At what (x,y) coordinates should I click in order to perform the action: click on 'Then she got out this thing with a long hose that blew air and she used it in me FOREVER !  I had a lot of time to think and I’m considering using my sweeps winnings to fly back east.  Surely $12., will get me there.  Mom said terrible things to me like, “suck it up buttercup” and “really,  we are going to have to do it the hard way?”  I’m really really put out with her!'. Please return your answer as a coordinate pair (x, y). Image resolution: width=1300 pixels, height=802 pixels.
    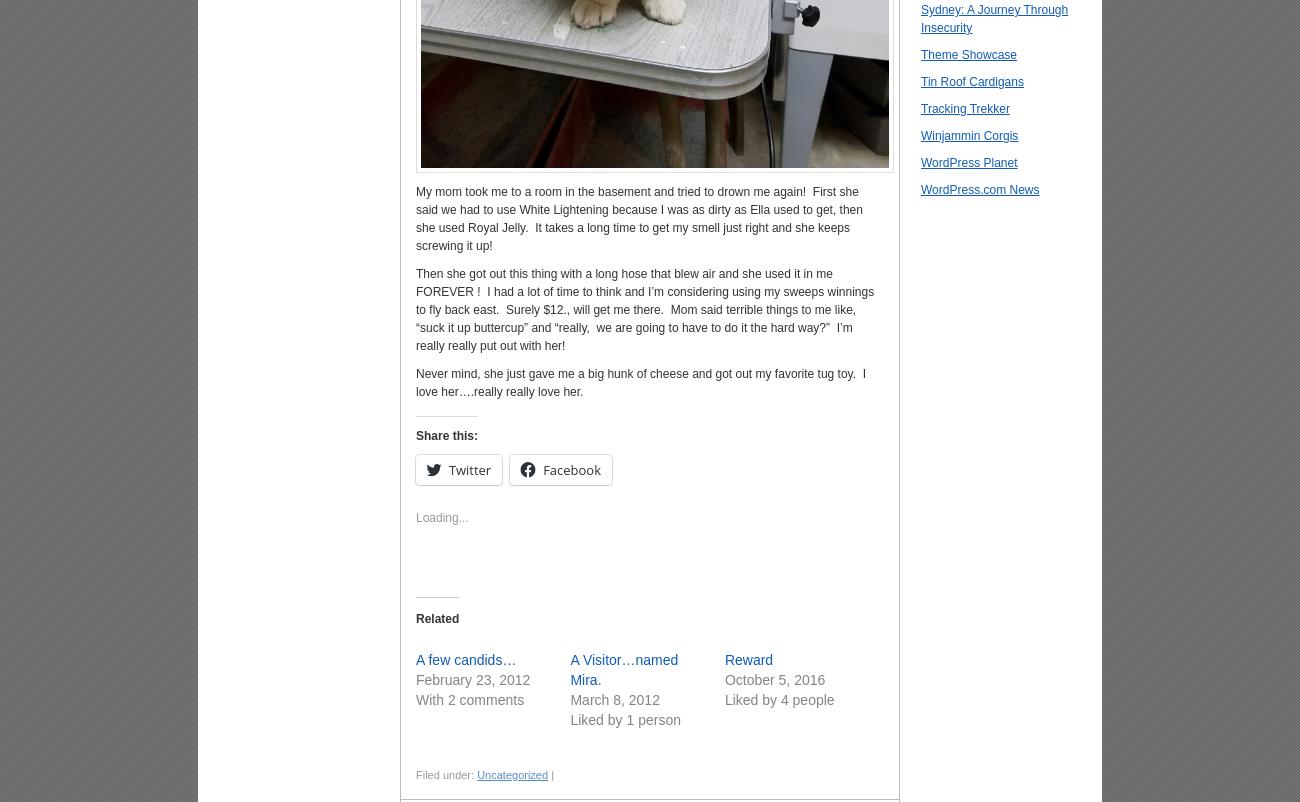
    Looking at the image, I should click on (645, 308).